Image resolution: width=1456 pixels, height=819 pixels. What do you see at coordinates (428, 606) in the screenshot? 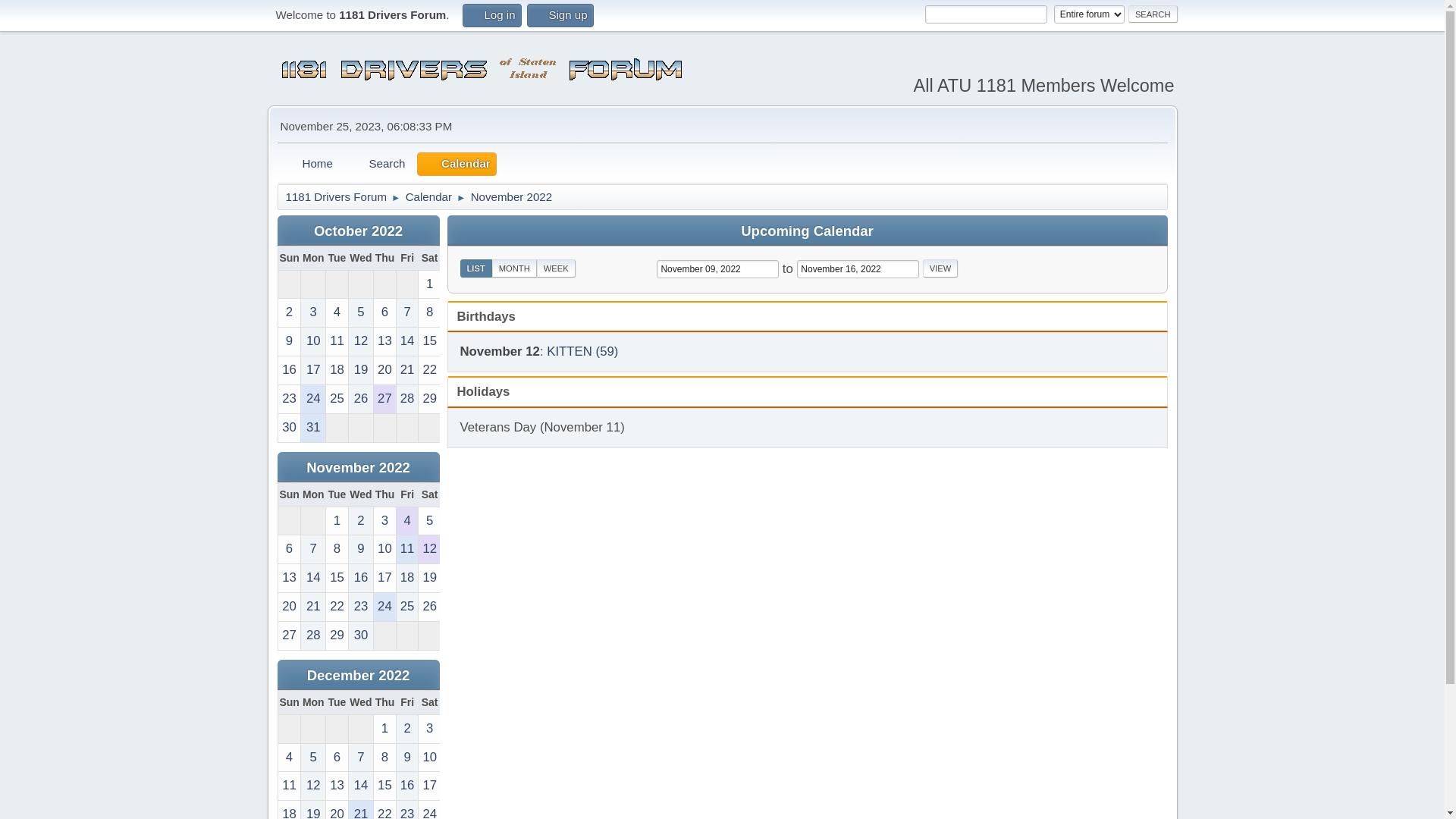
I see `'26'` at bounding box center [428, 606].